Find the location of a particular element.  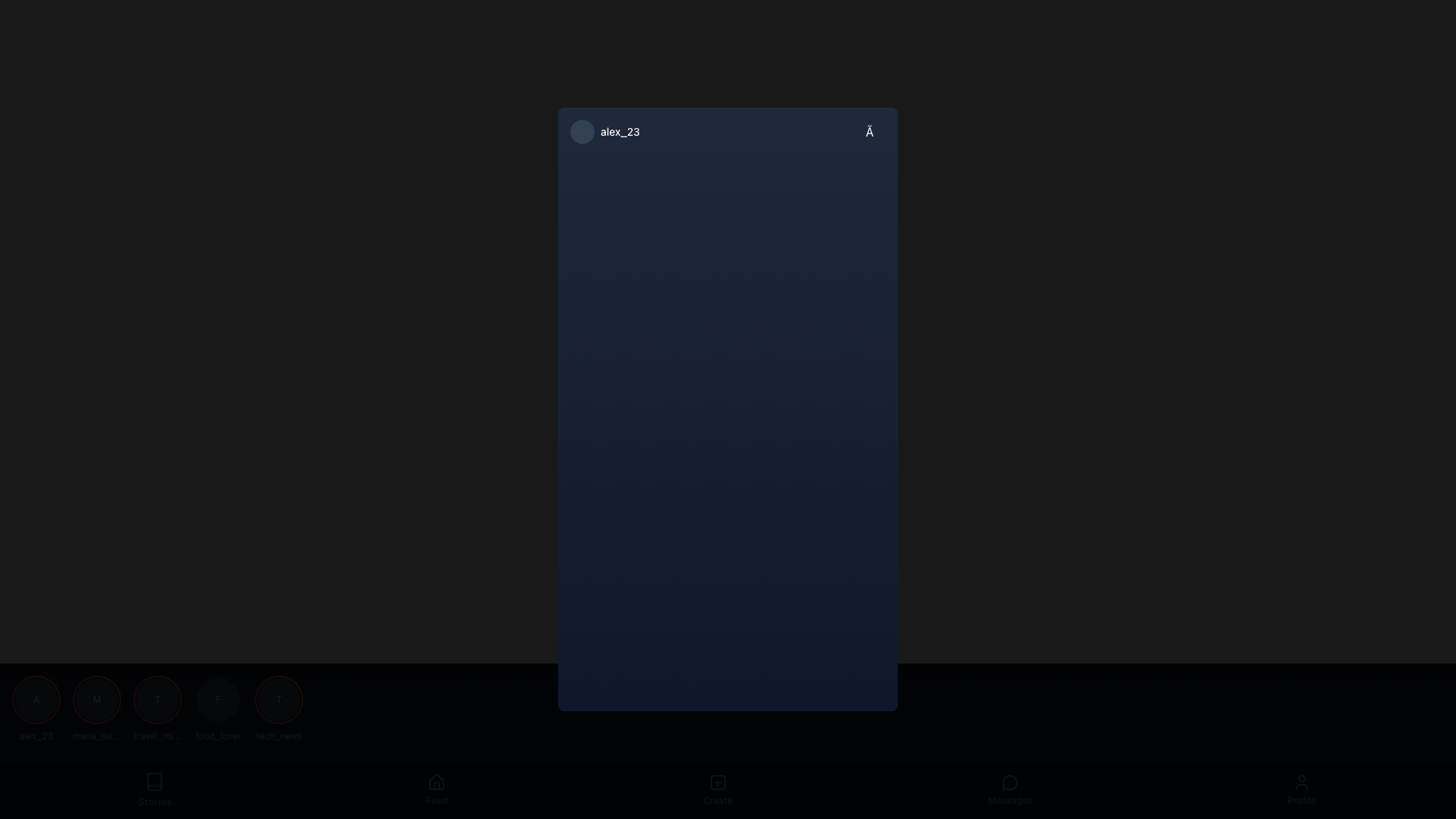

the book icon button located in the navigation bar at the bottom of the interface is located at coordinates (155, 781).